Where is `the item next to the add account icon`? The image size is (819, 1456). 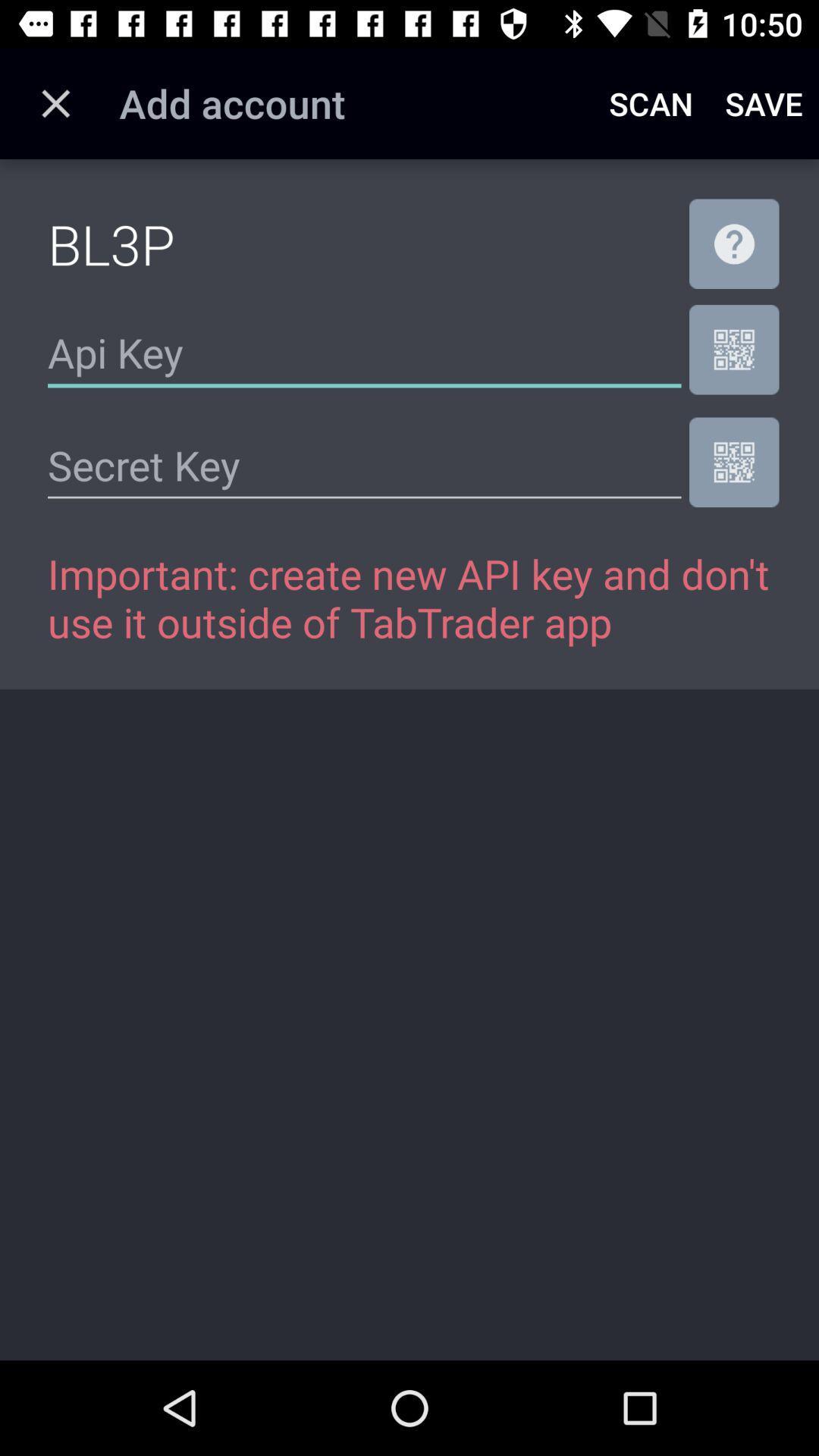 the item next to the add account icon is located at coordinates (55, 102).